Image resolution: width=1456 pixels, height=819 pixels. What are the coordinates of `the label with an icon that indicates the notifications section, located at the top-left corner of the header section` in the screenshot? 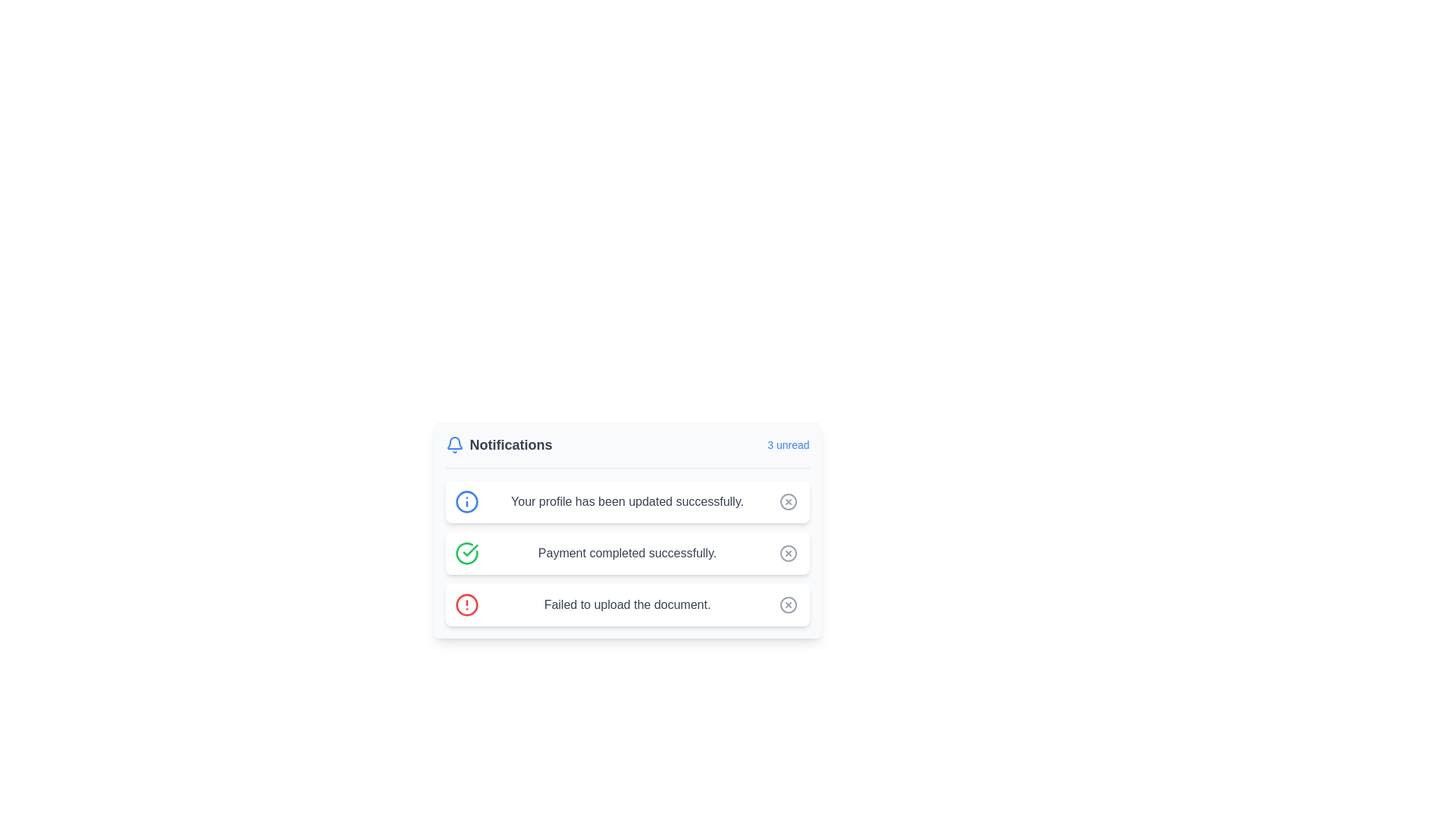 It's located at (498, 444).